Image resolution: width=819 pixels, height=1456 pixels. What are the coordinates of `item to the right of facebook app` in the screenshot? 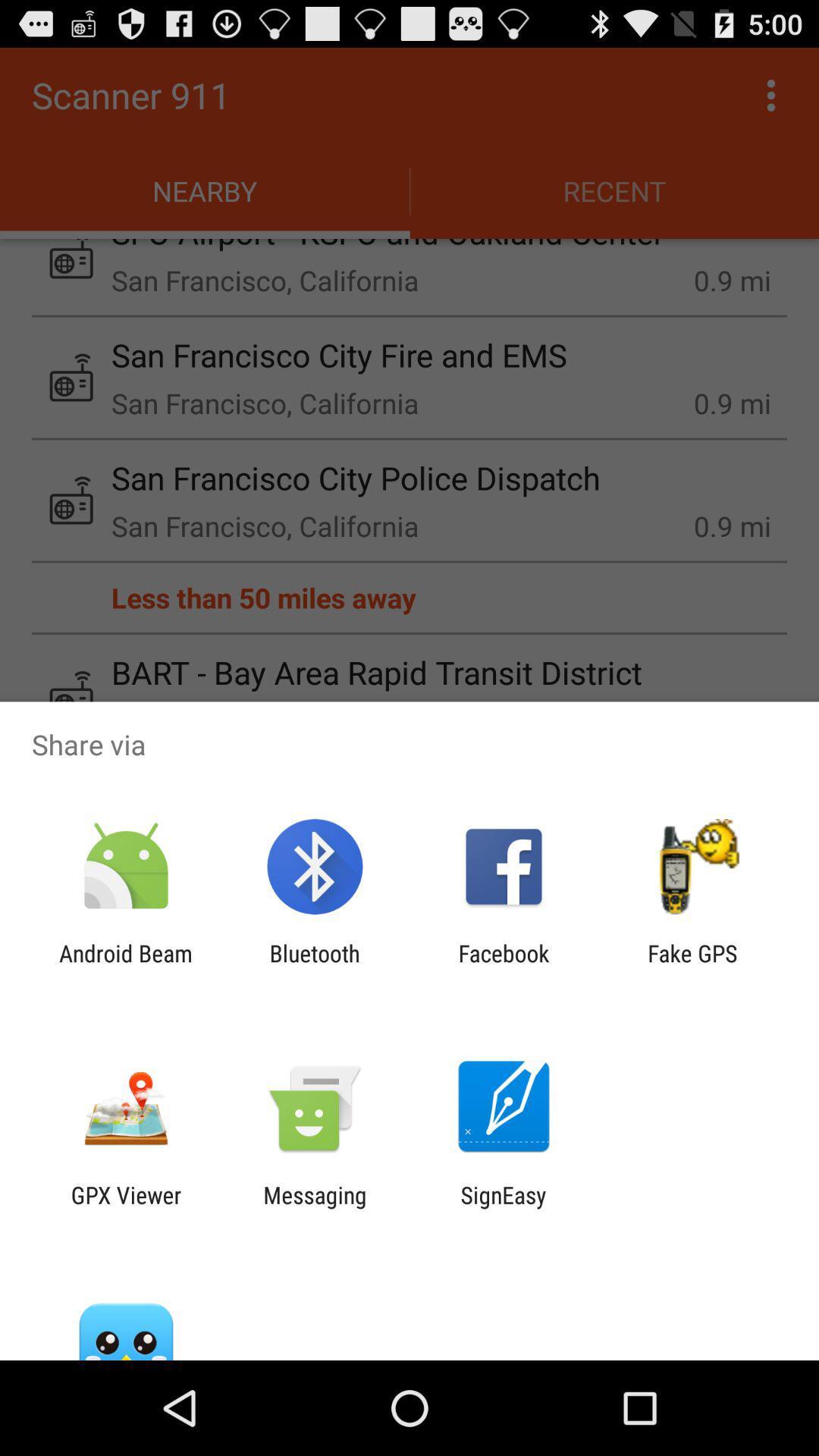 It's located at (692, 966).